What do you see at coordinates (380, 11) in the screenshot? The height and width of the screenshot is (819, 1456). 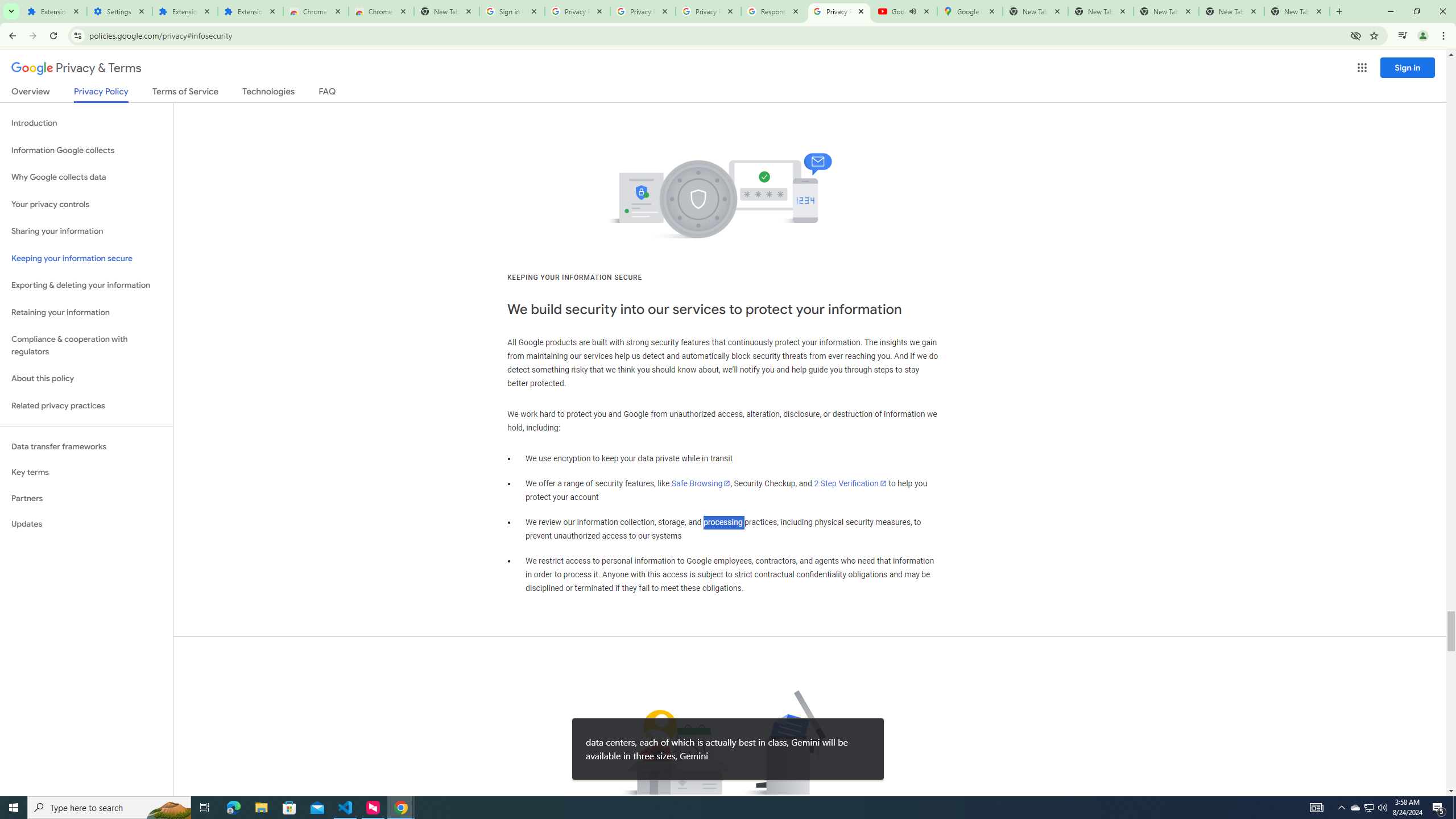 I see `'Chrome Web Store - Themes'` at bounding box center [380, 11].